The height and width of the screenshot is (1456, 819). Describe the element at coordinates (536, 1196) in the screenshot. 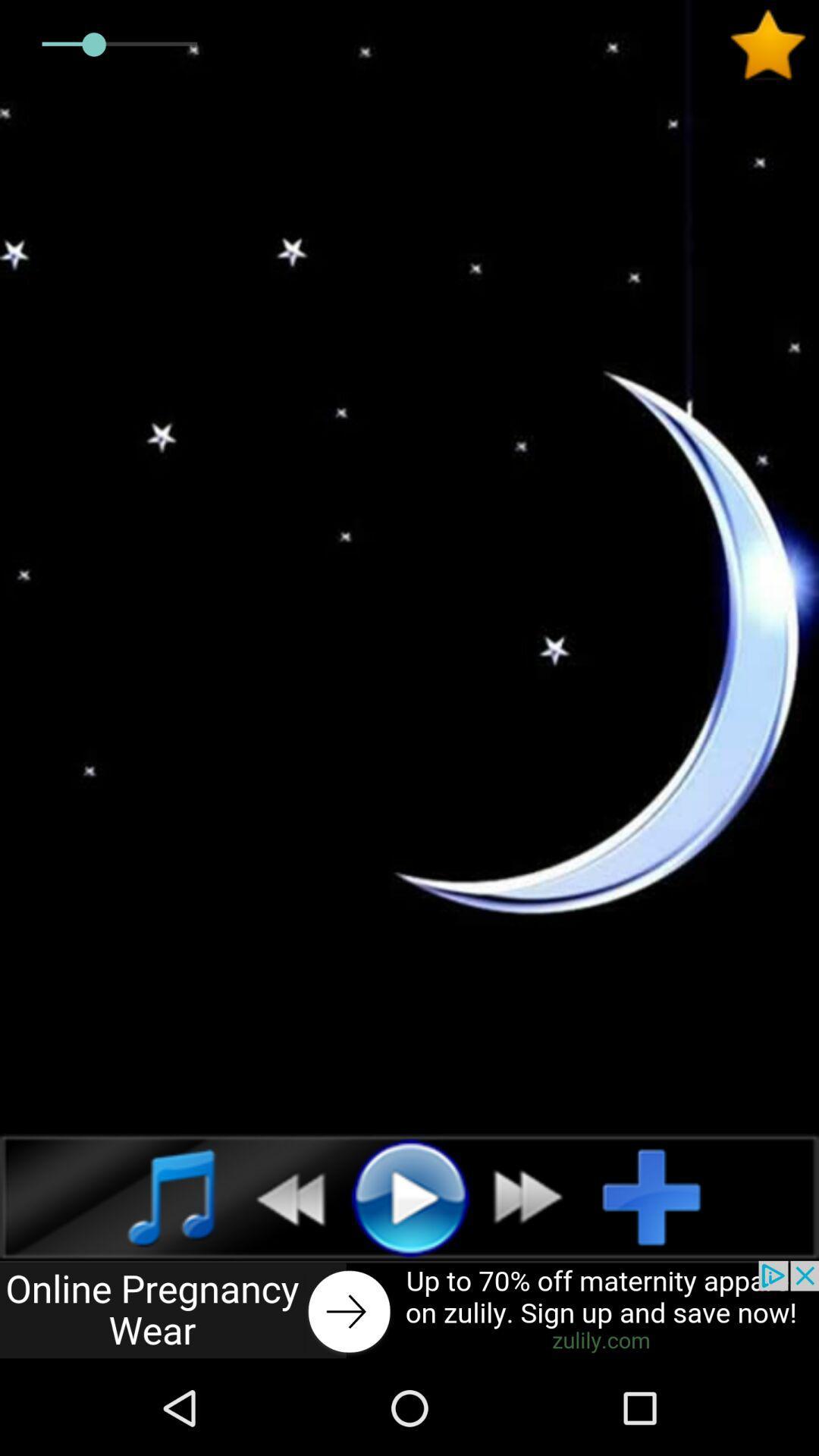

I see `the av_forward icon` at that location.